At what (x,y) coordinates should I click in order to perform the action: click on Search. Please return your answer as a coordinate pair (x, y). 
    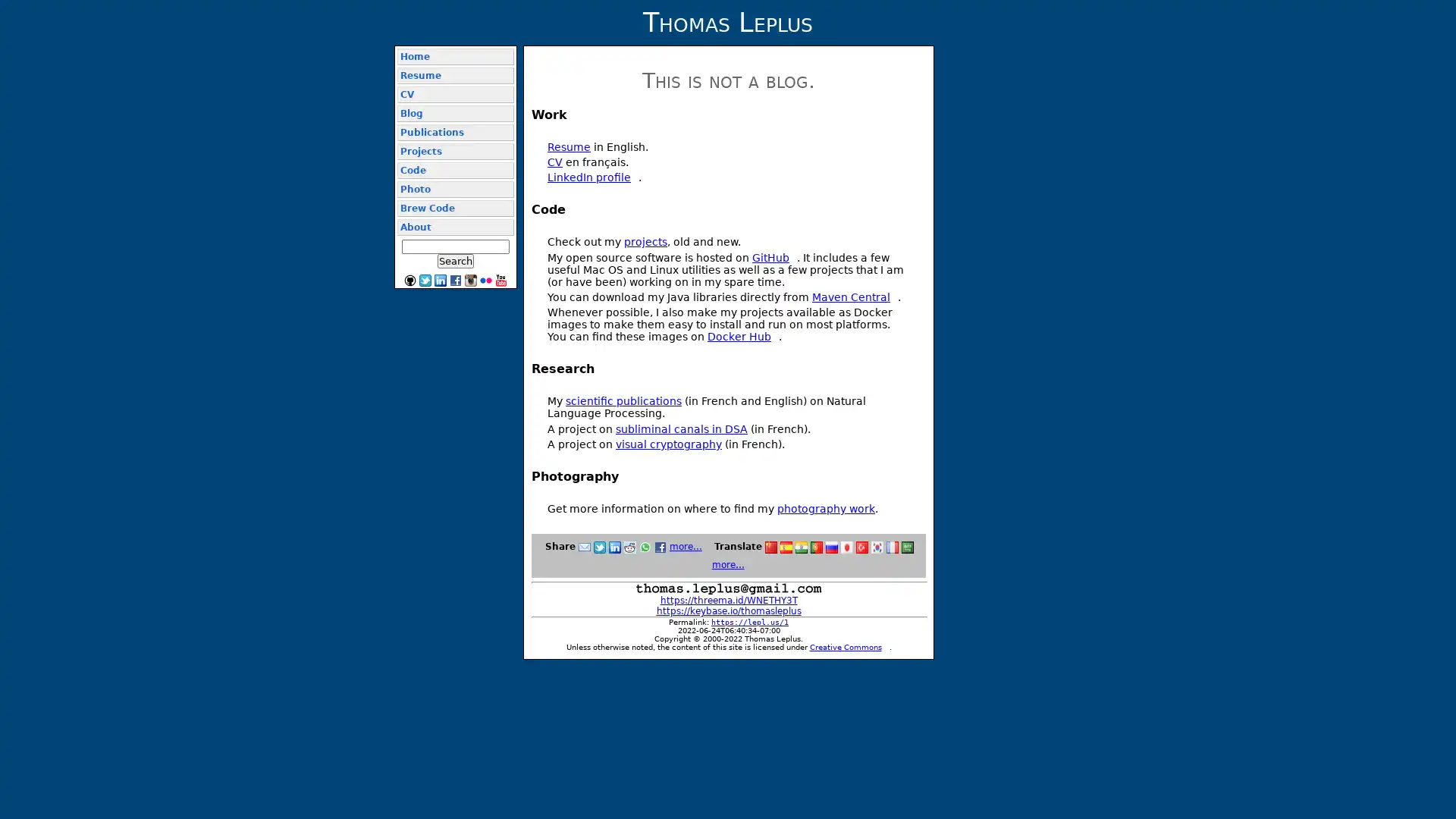
    Looking at the image, I should click on (454, 260).